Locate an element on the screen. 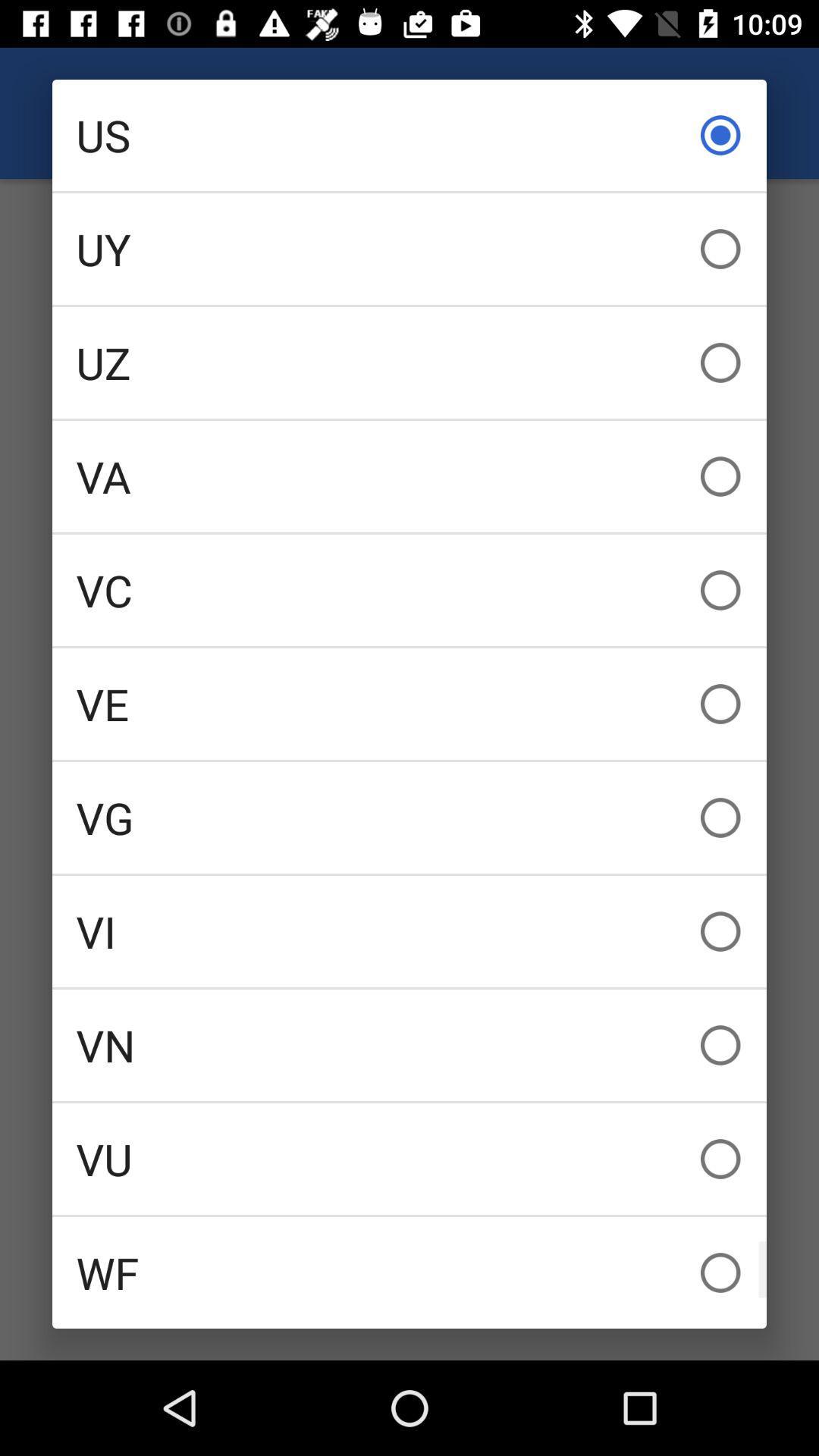 Image resolution: width=819 pixels, height=1456 pixels. checkbox above uz item is located at coordinates (409, 249).